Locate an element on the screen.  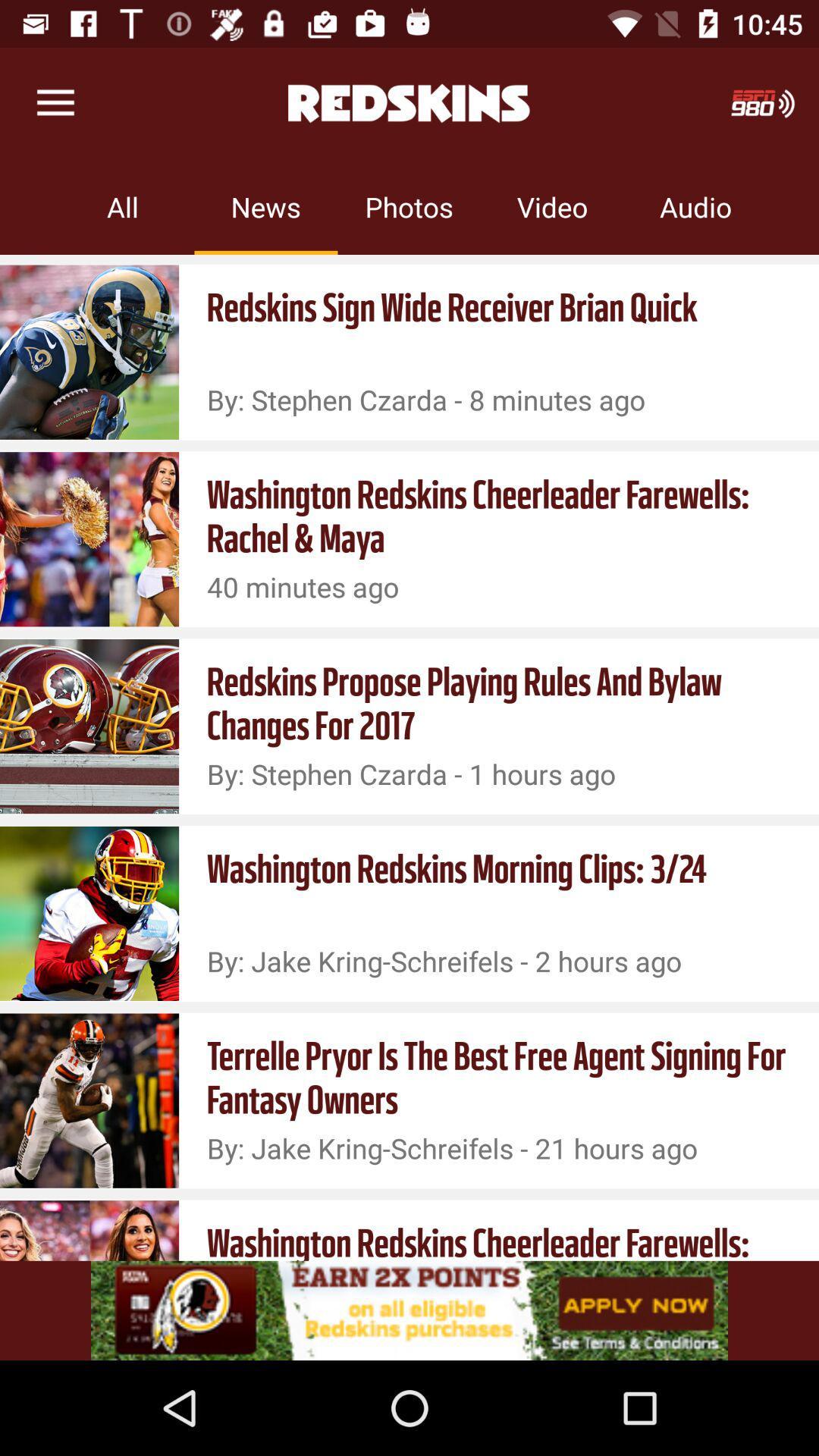
advertisement link is located at coordinates (409, 1310).